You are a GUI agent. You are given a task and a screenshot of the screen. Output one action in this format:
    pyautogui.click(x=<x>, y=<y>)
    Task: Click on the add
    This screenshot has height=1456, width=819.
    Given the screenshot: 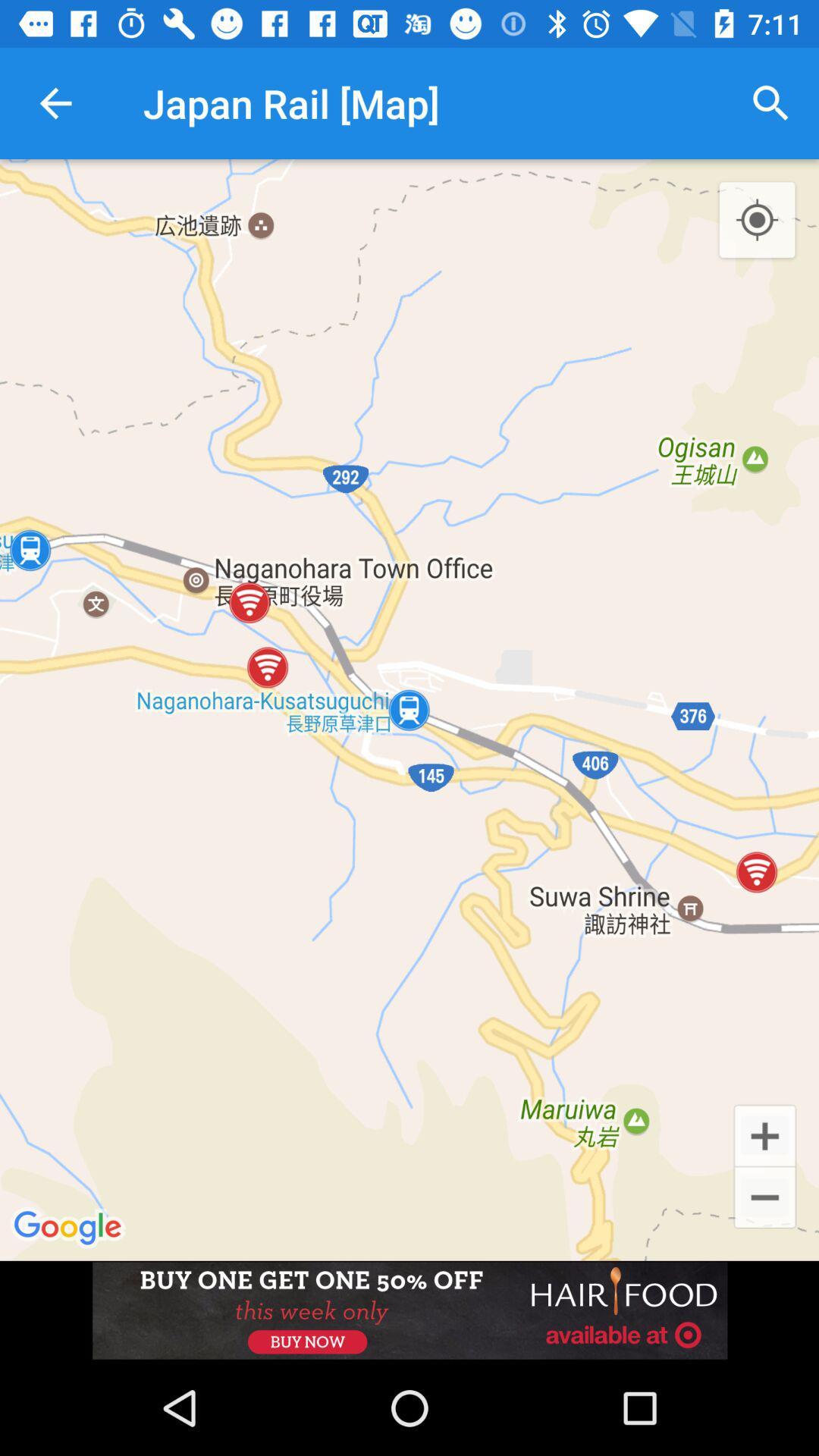 What is the action you would take?
    pyautogui.click(x=764, y=1135)
    